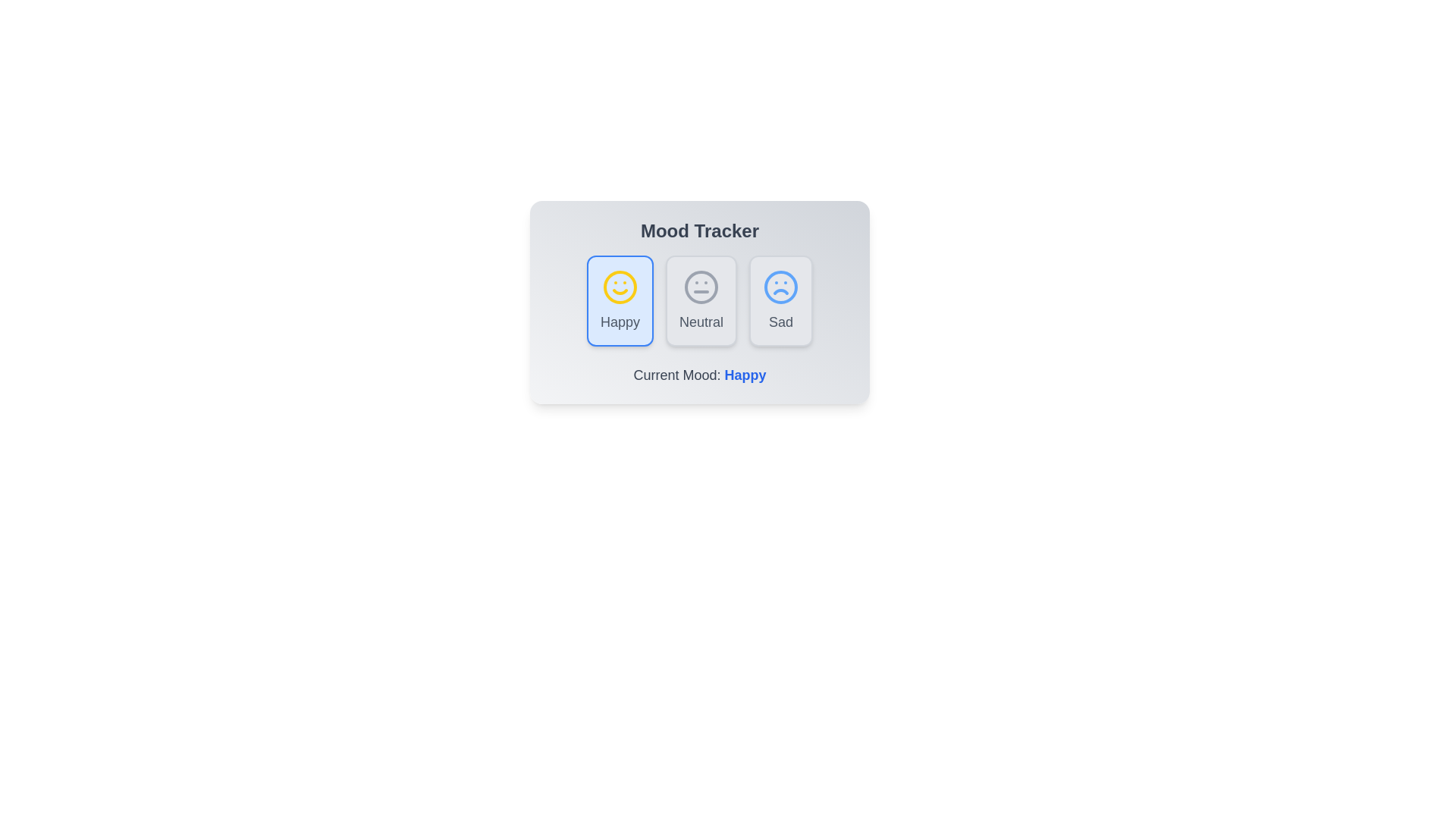 The image size is (1456, 819). Describe the element at coordinates (781, 301) in the screenshot. I see `the mood button to select the mood Sad` at that location.